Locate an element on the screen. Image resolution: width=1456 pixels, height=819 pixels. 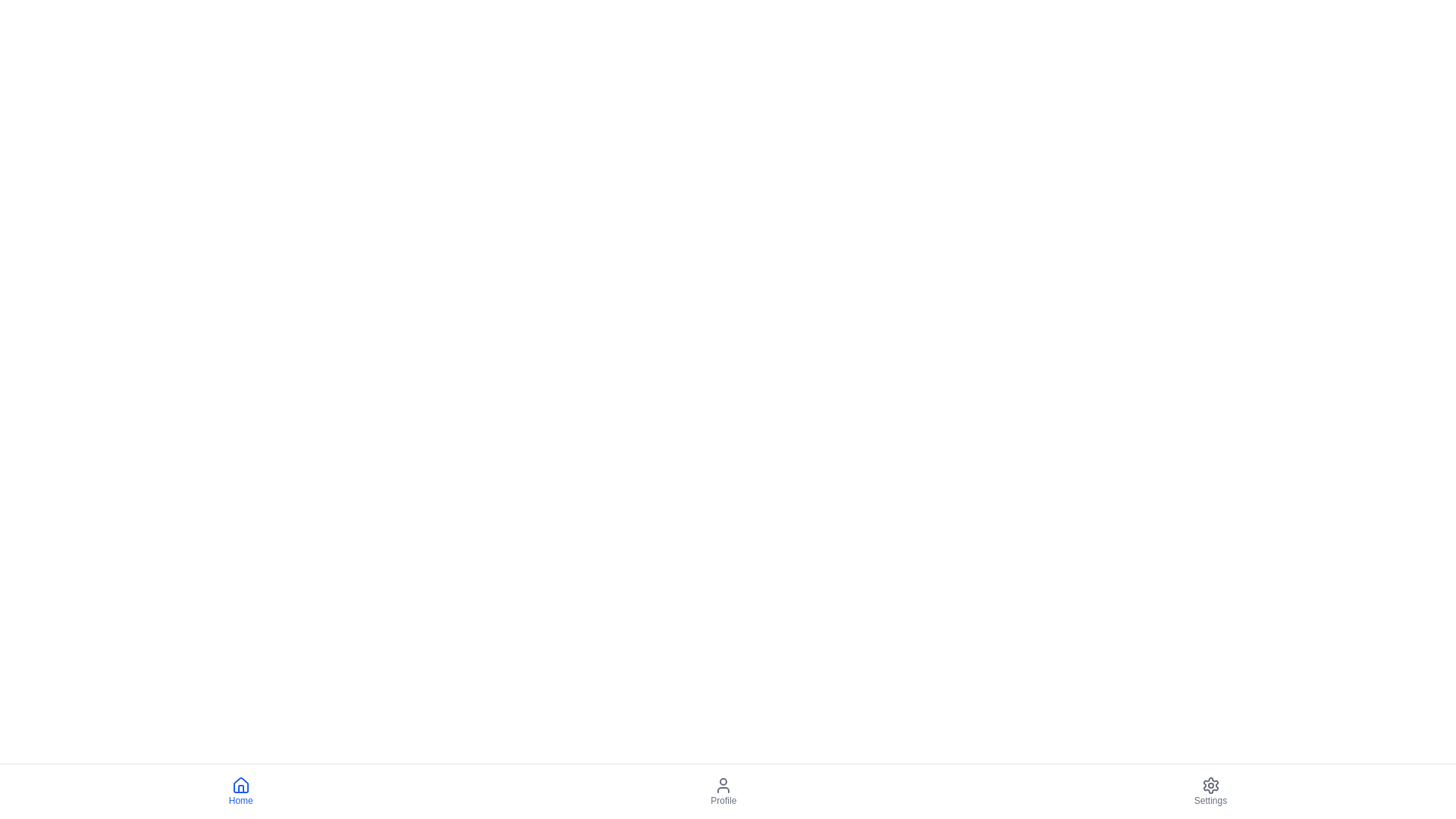
the settings navigation button located at the far right of the bottom navigation bar, which is the third icon to the right of the 'Profile' icon is located at coordinates (1210, 785).